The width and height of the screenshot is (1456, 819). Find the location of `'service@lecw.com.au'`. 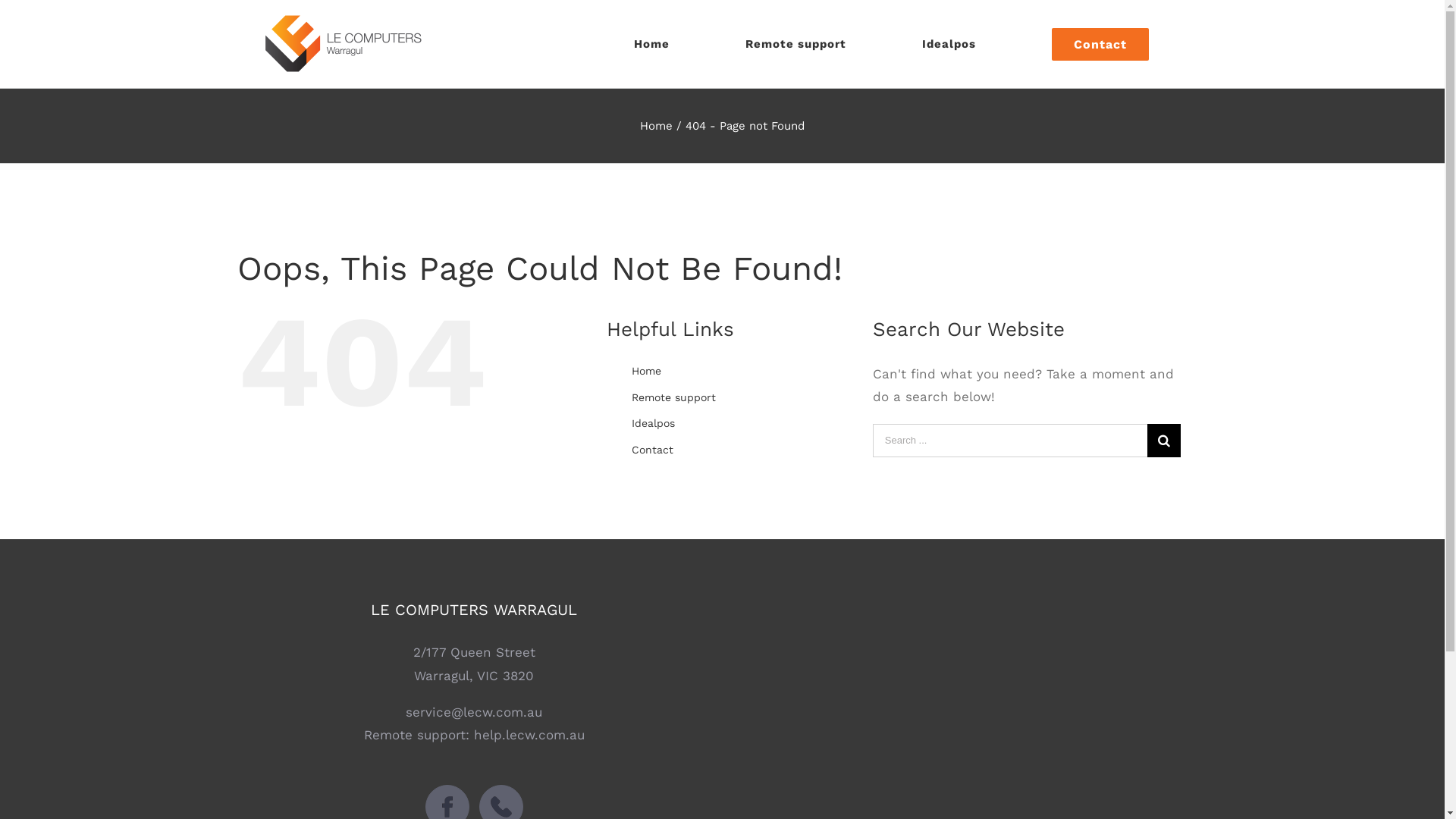

'service@lecw.com.au' is located at coordinates (472, 711).